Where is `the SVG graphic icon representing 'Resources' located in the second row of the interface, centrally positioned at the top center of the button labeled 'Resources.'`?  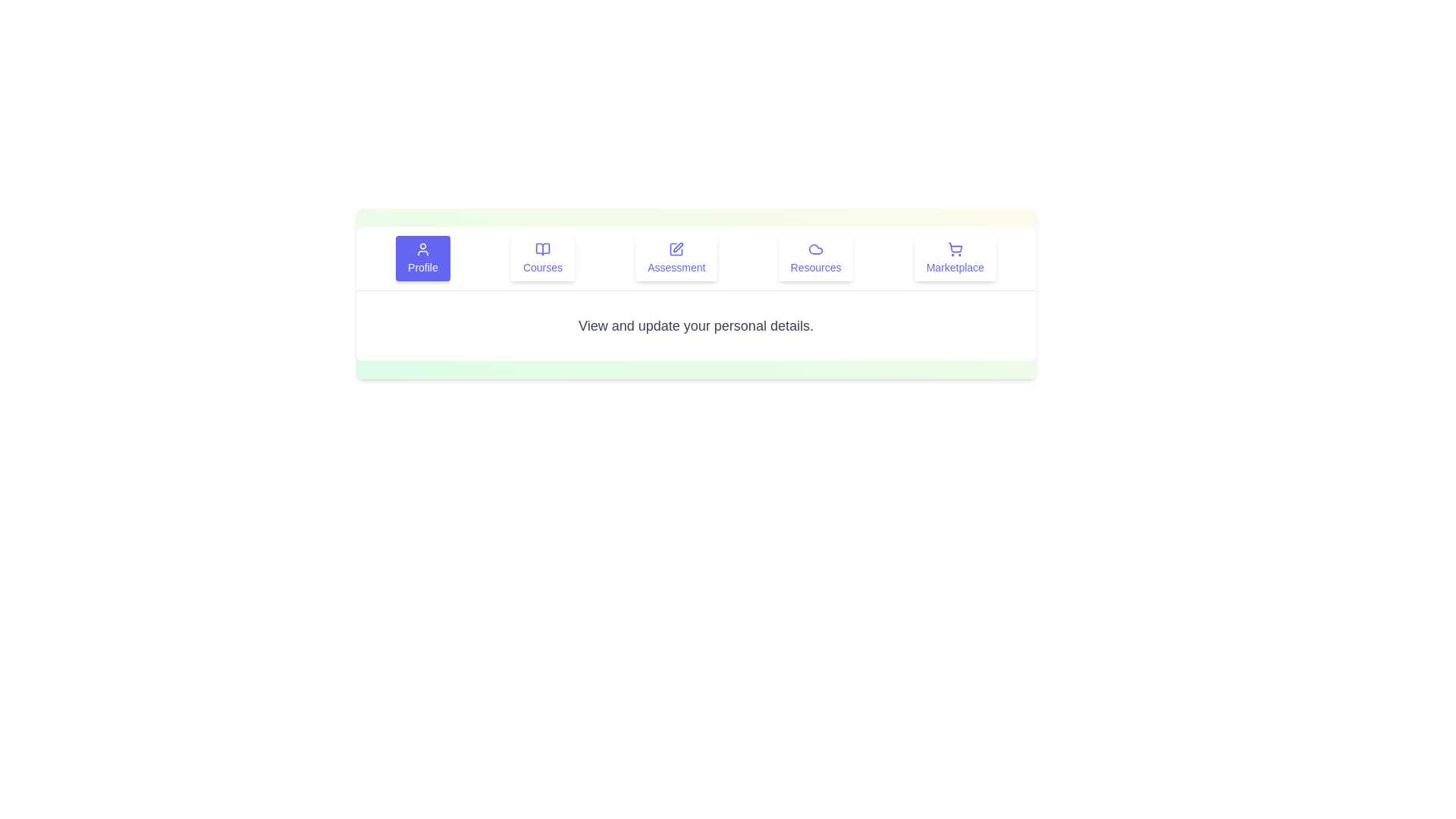
the SVG graphic icon representing 'Resources' located in the second row of the interface, centrally positioned at the top center of the button labeled 'Resources.' is located at coordinates (814, 248).